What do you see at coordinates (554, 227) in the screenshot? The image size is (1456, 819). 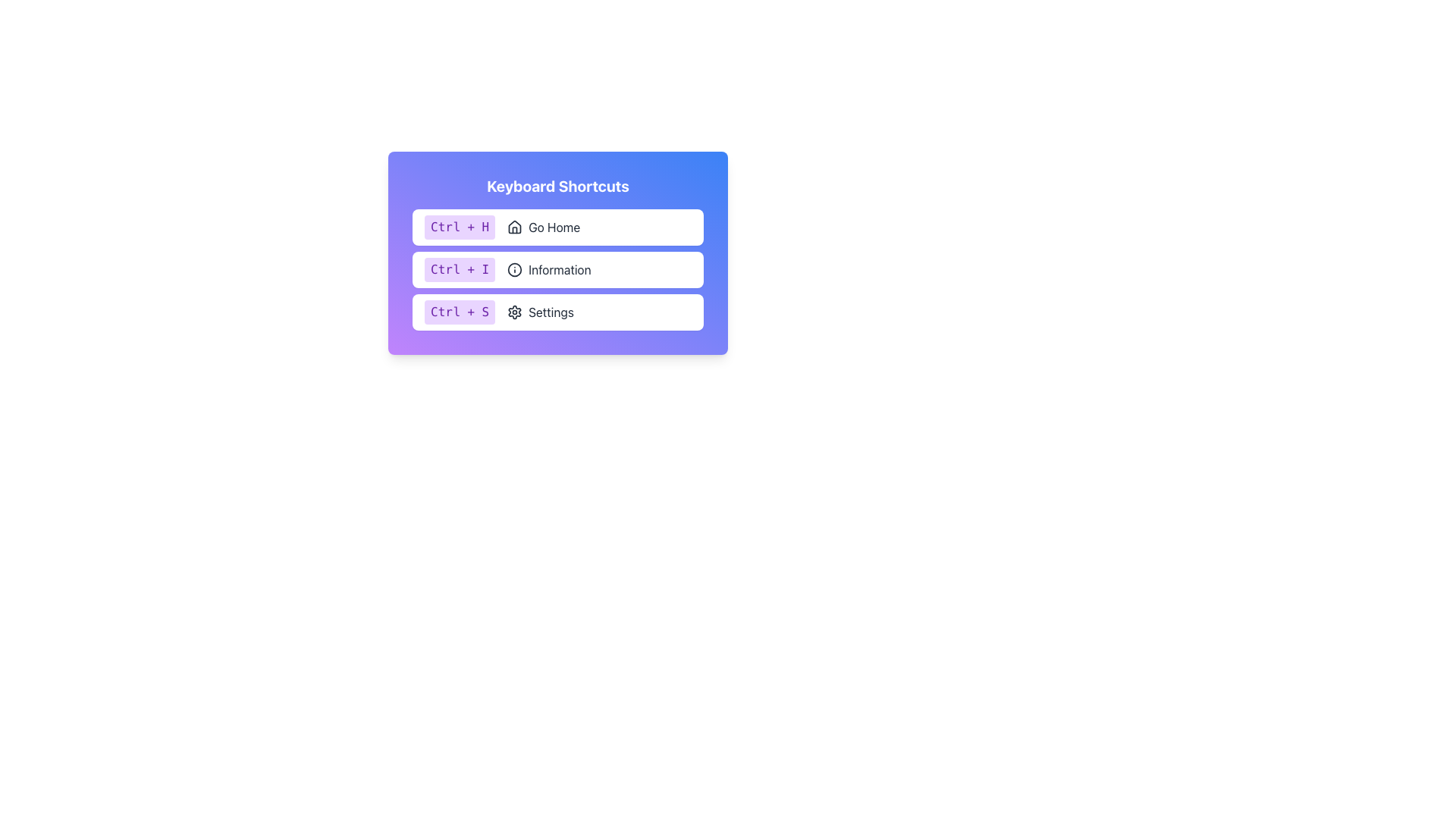 I see `the text label 'Go Home' which indicates the keyboard shortcut 'Ctrl + H' for navigating home` at bounding box center [554, 227].